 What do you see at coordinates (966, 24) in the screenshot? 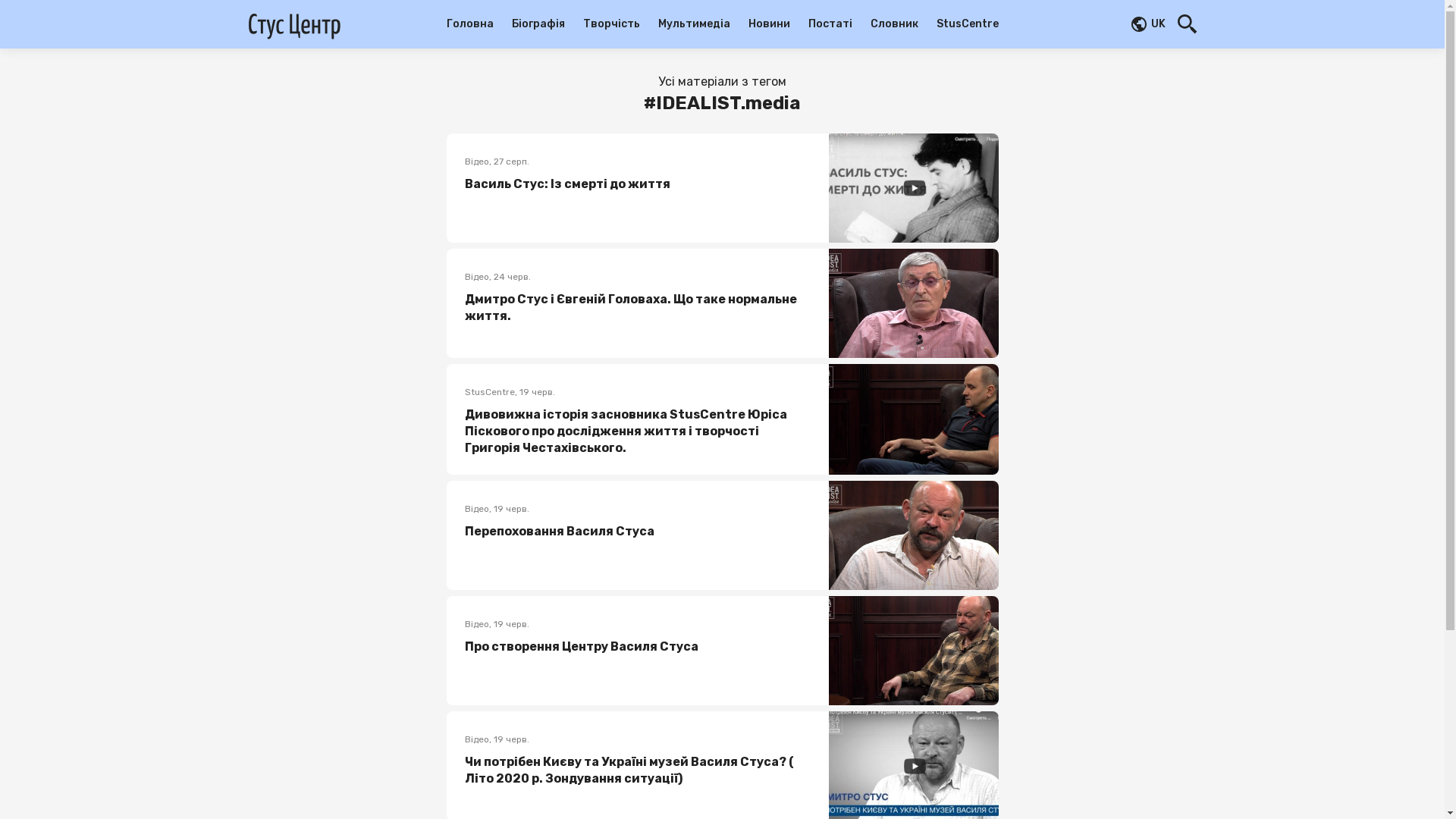
I see `'StusCentre'` at bounding box center [966, 24].